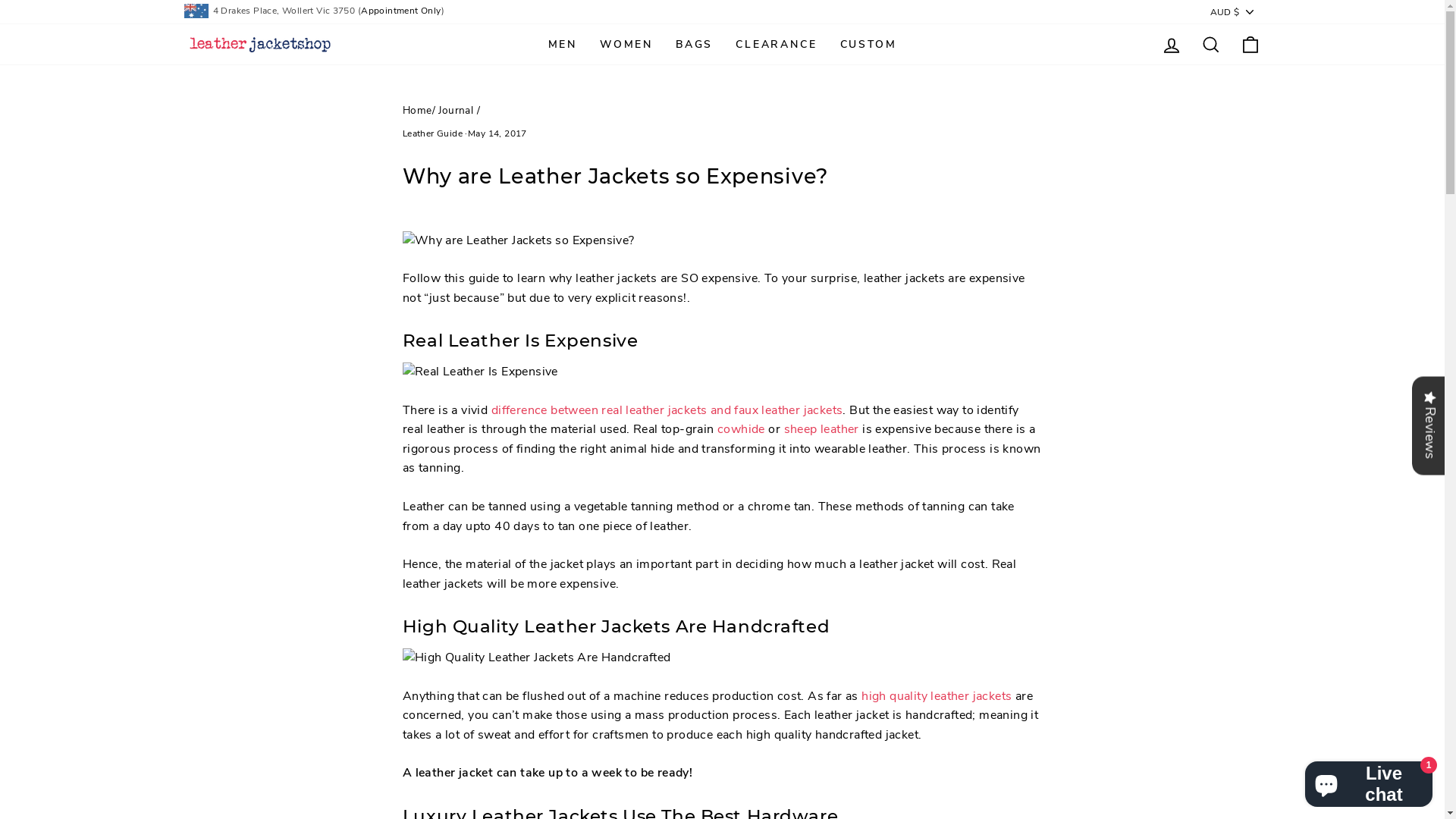 This screenshot has width=1456, height=819. What do you see at coordinates (588, 43) in the screenshot?
I see `'WOMEN'` at bounding box center [588, 43].